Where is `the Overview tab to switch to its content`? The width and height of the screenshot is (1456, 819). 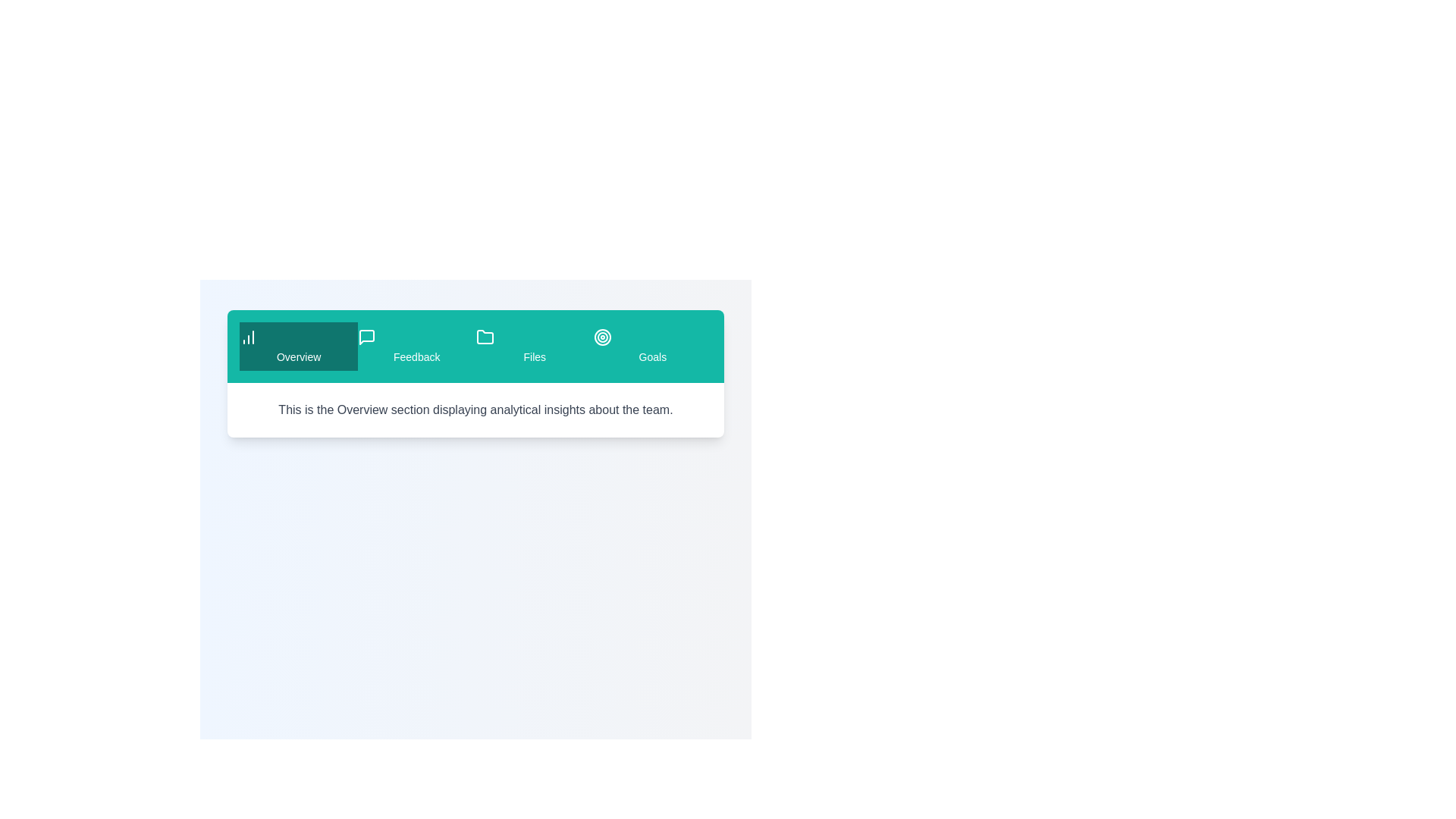
the Overview tab to switch to its content is located at coordinates (298, 346).